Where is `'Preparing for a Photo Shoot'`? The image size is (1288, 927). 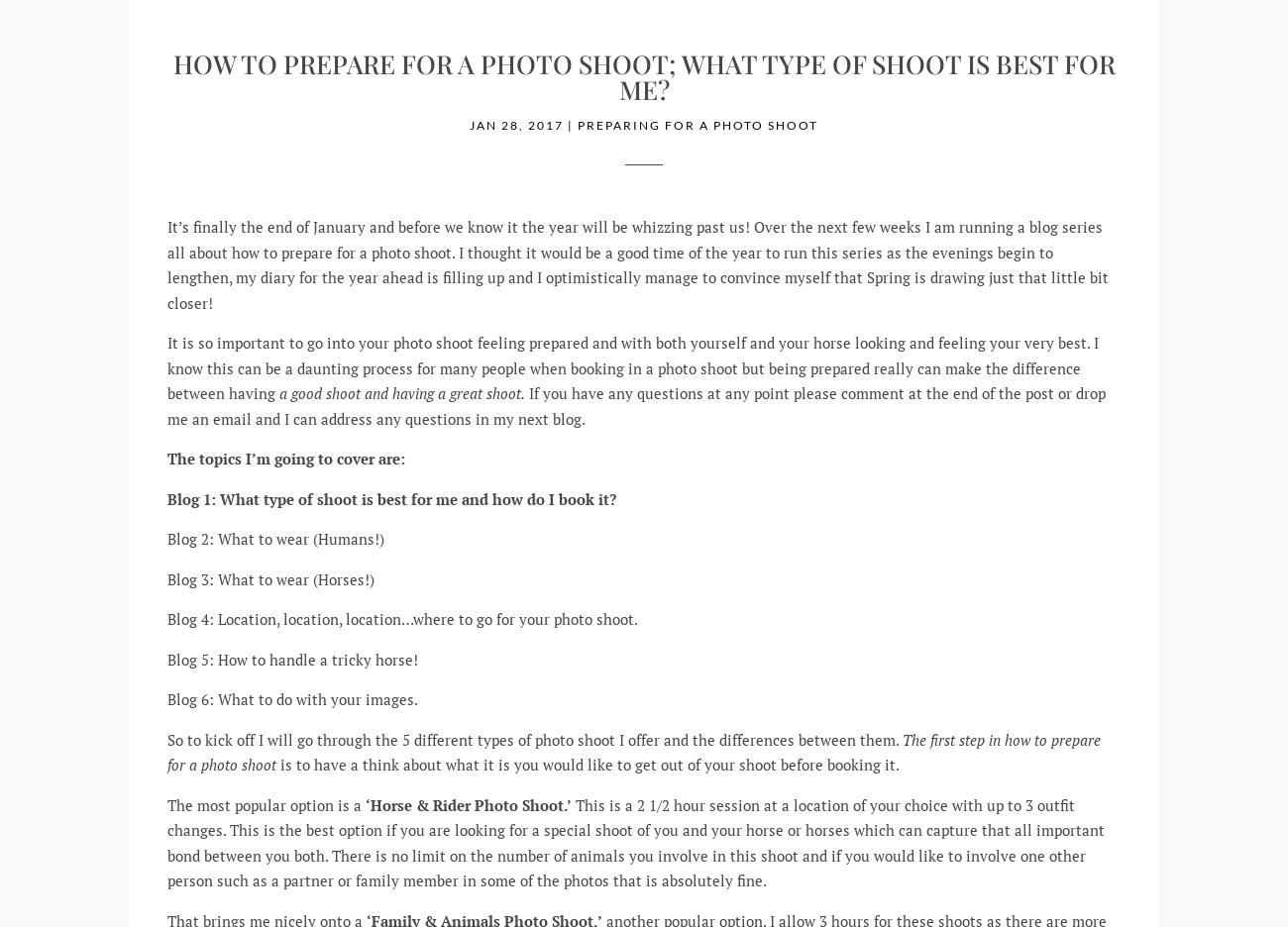 'Preparing for a Photo Shoot' is located at coordinates (697, 125).